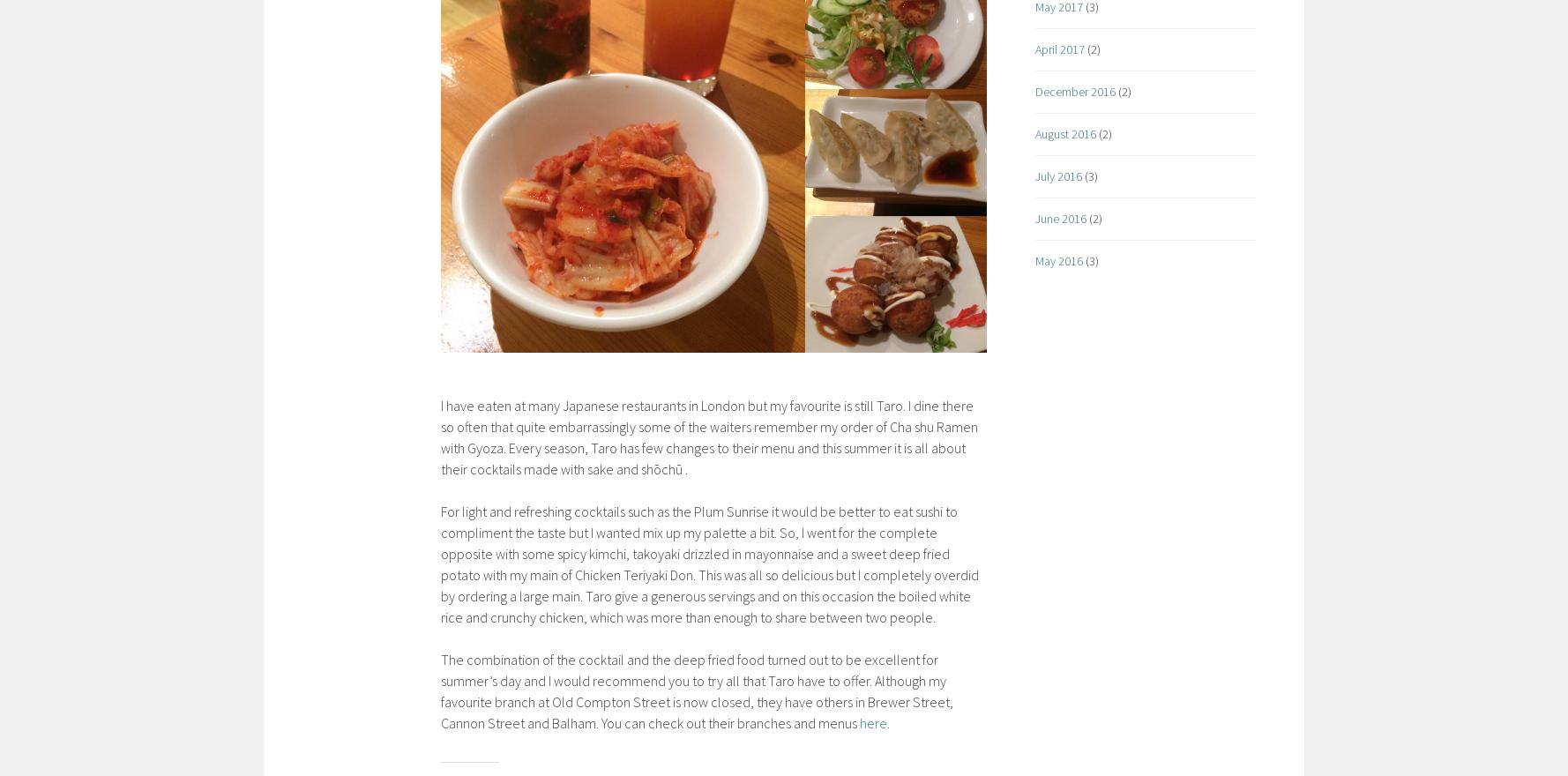  What do you see at coordinates (1074, 89) in the screenshot?
I see `'December 2016'` at bounding box center [1074, 89].